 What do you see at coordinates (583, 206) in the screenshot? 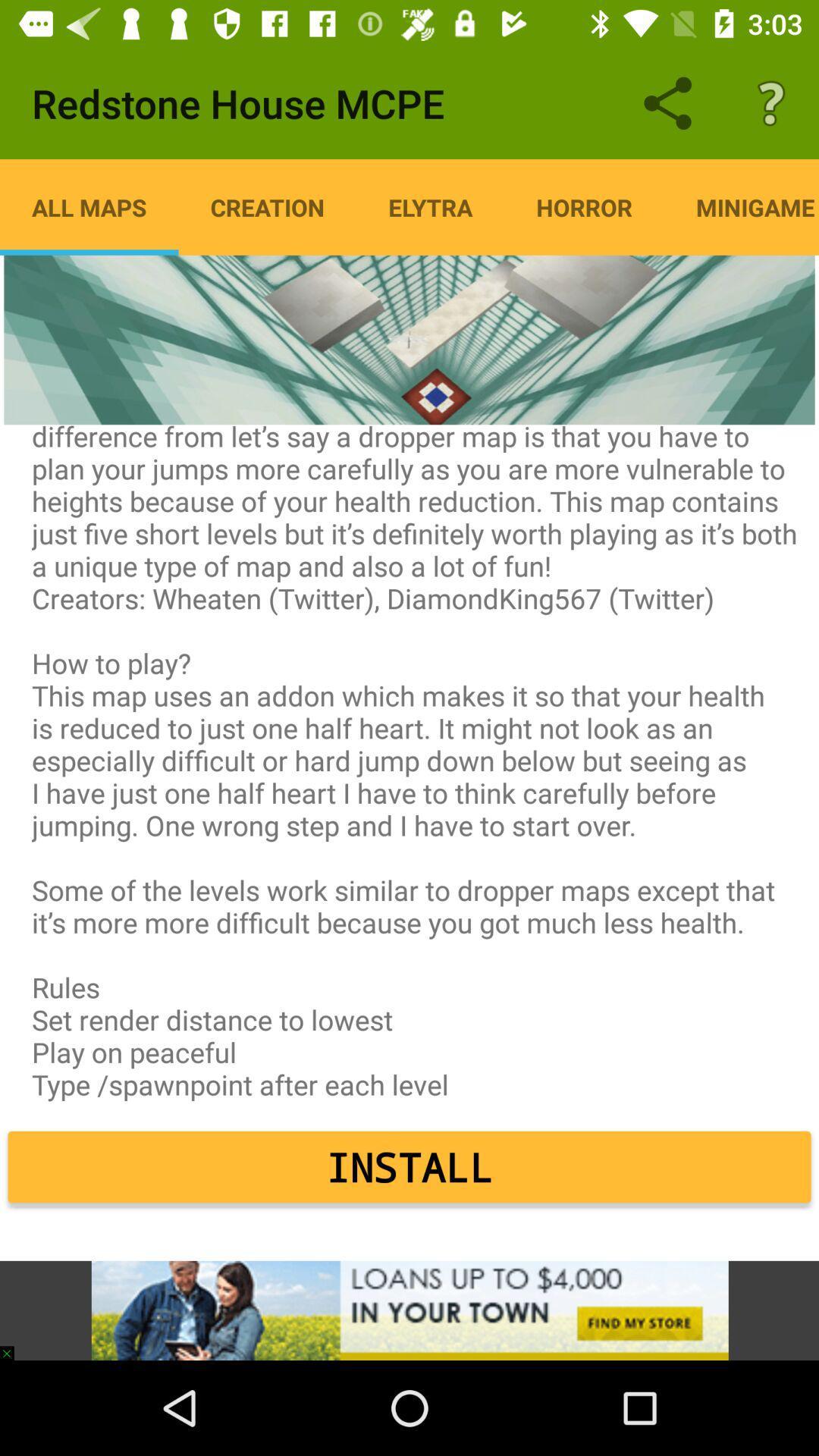
I see `the horror app` at bounding box center [583, 206].